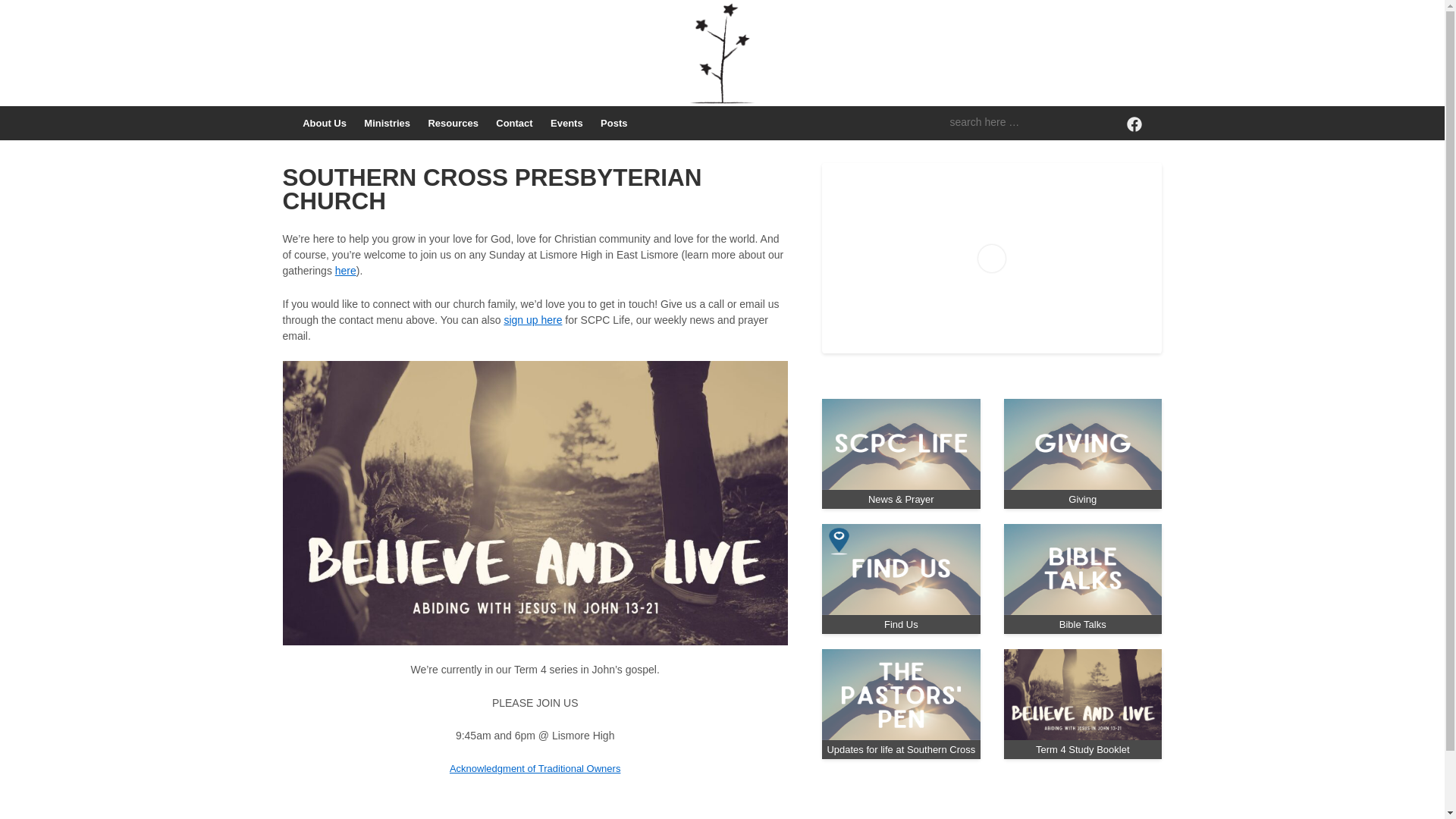  Describe the element at coordinates (535, 768) in the screenshot. I see `'Acknowledgment of Traditional Owners'` at that location.